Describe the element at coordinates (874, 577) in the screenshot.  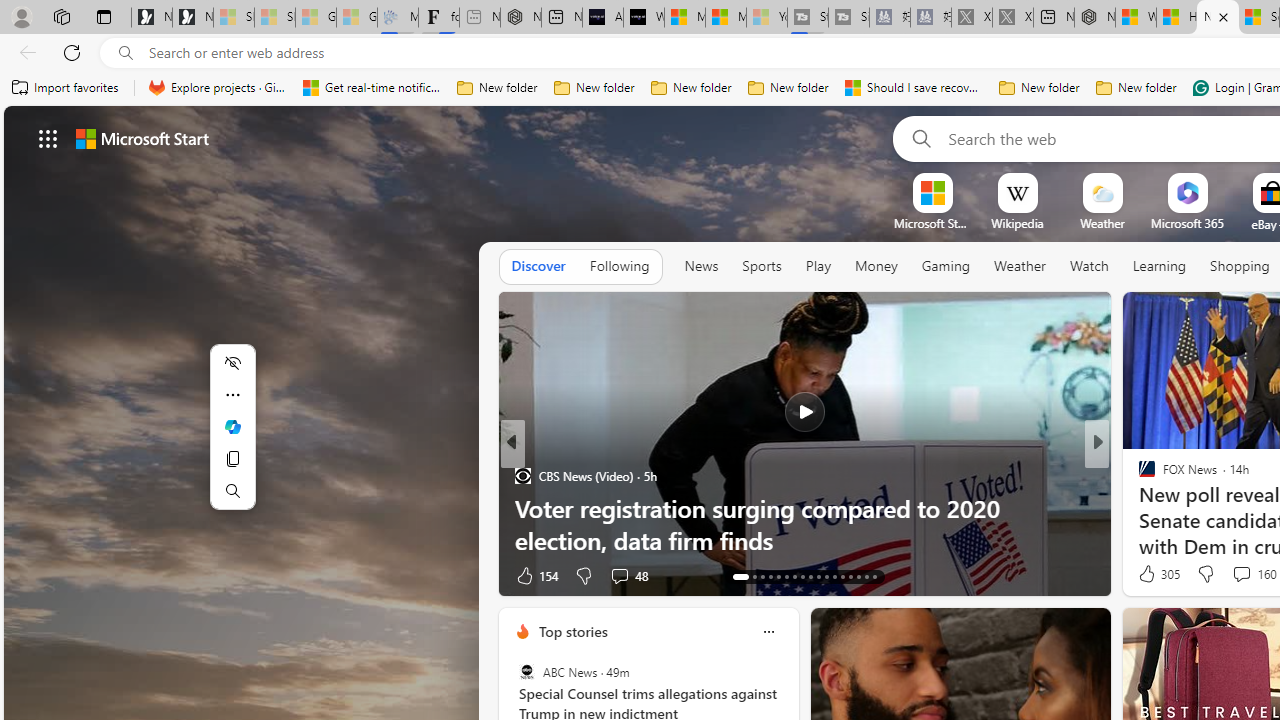
I see `'AutomationID: tab-43'` at that location.